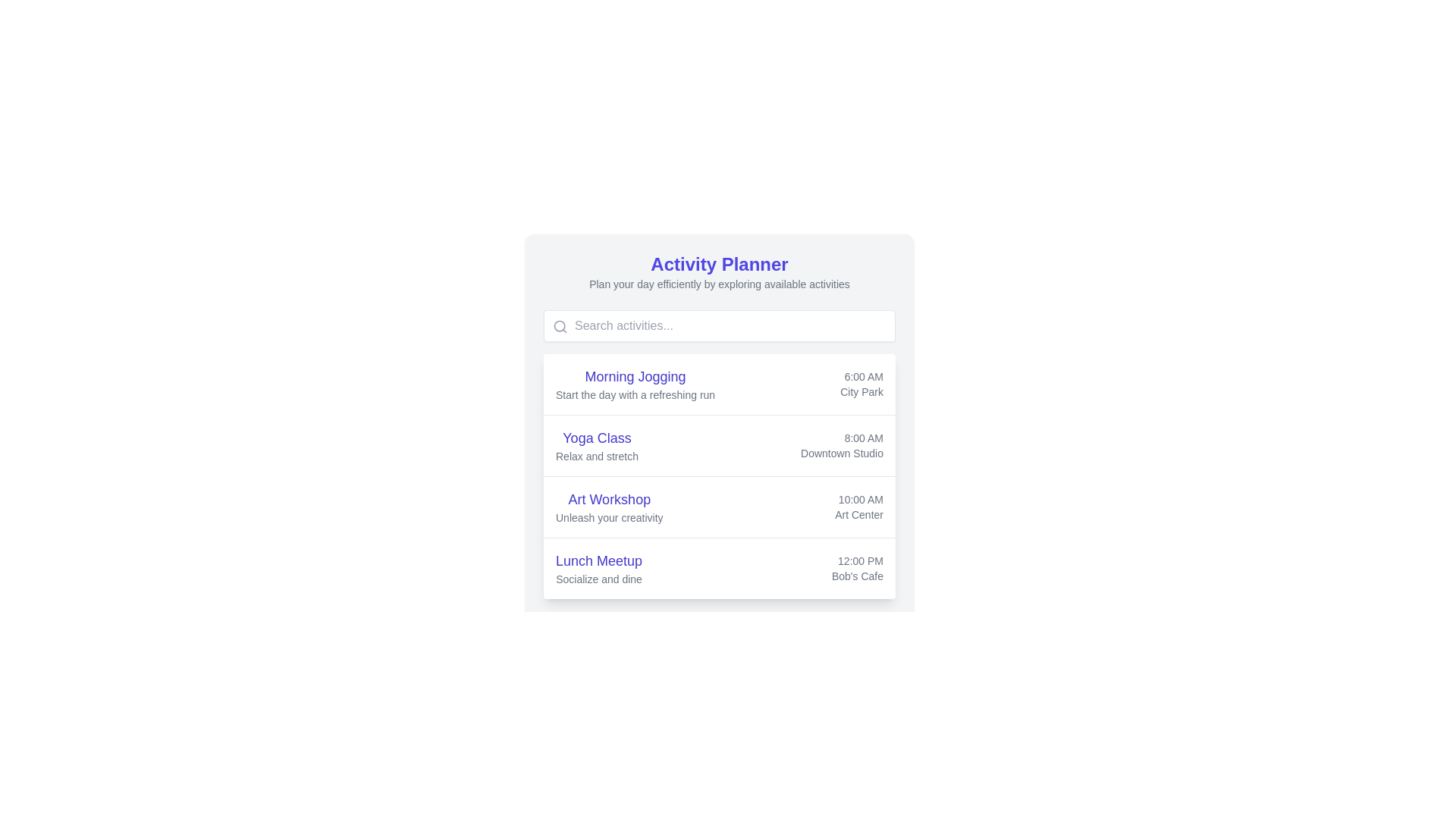 This screenshot has width=1456, height=819. Describe the element at coordinates (719, 506) in the screenshot. I see `the list item titled 'Art Workshop'` at that location.